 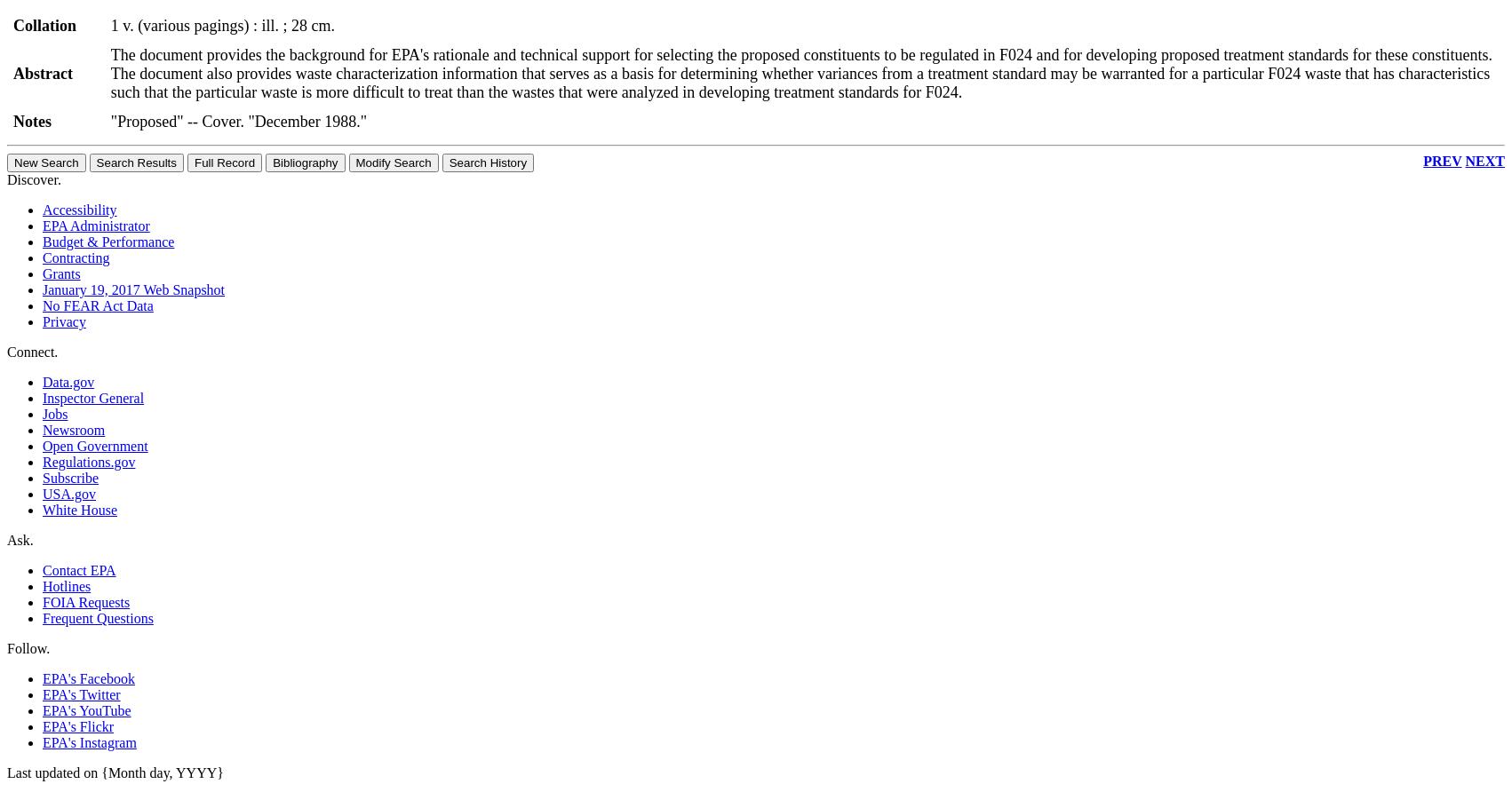 I want to click on '1 v. (various pagings) : ill. ; 28 cm.', so click(x=110, y=25).